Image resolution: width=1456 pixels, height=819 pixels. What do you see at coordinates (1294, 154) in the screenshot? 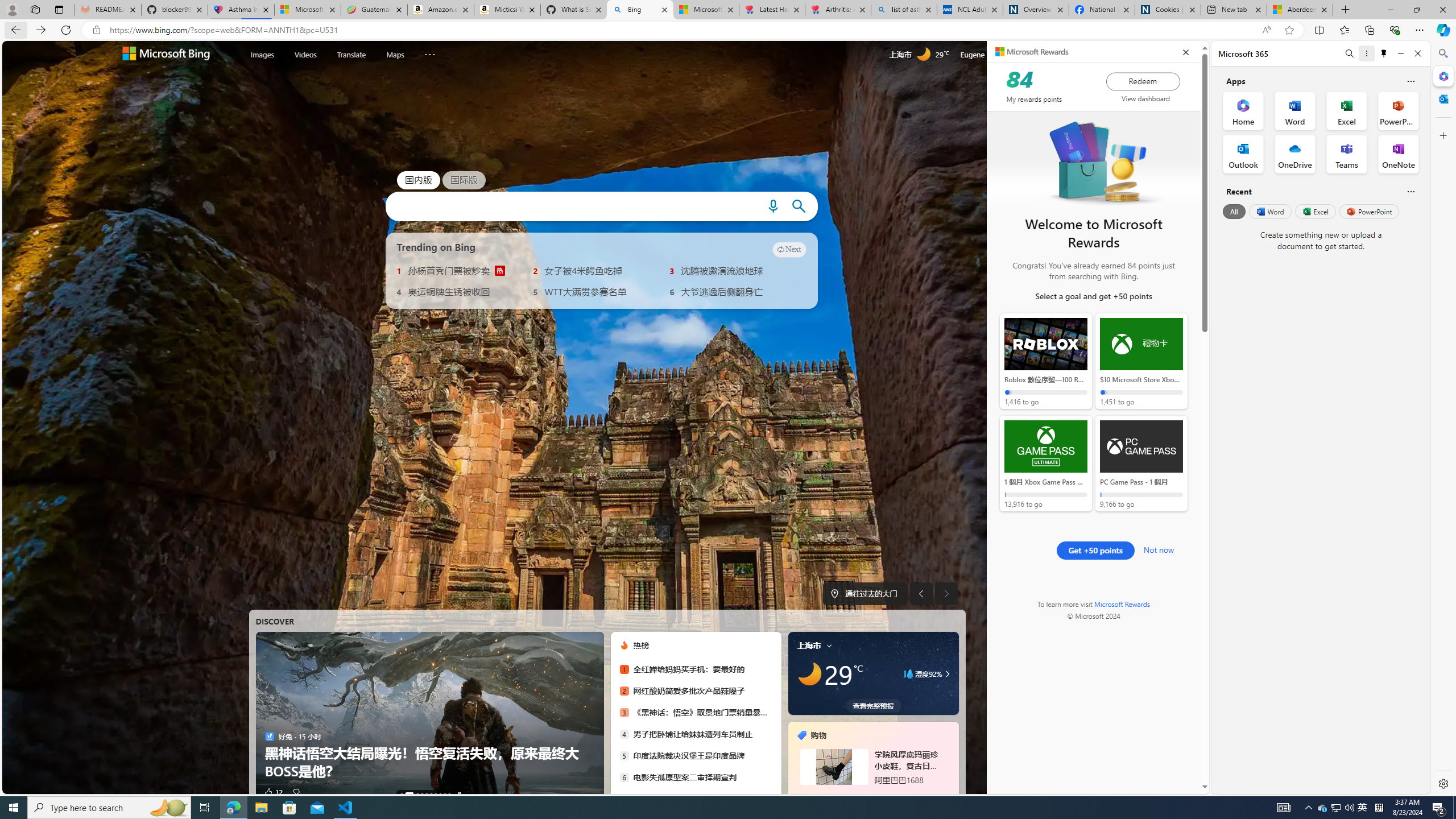
I see `'OneDrive Office App'` at bounding box center [1294, 154].